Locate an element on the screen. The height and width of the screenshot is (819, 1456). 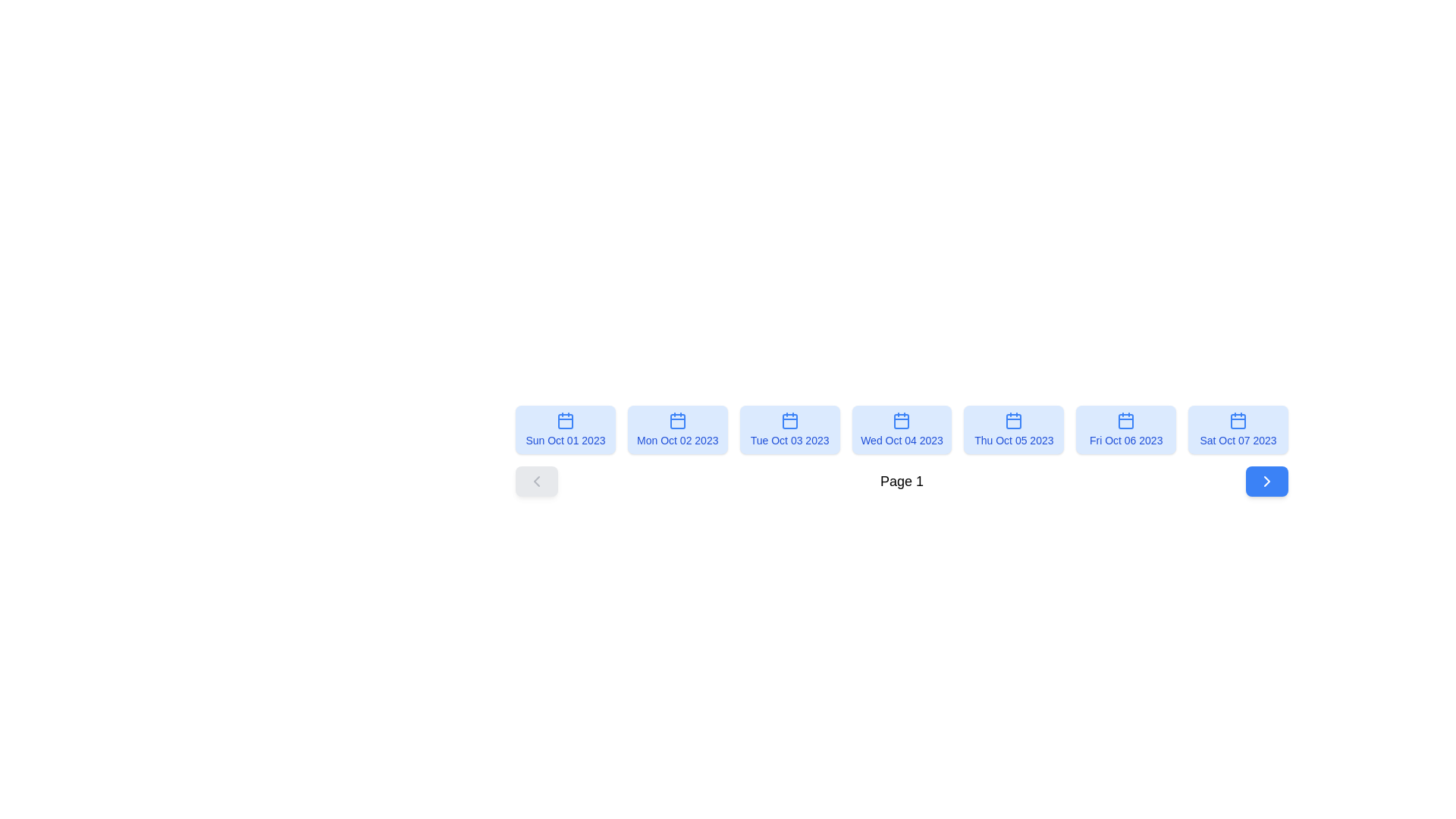
the leftward-pointing chevron navigation arrow icon is located at coordinates (537, 482).